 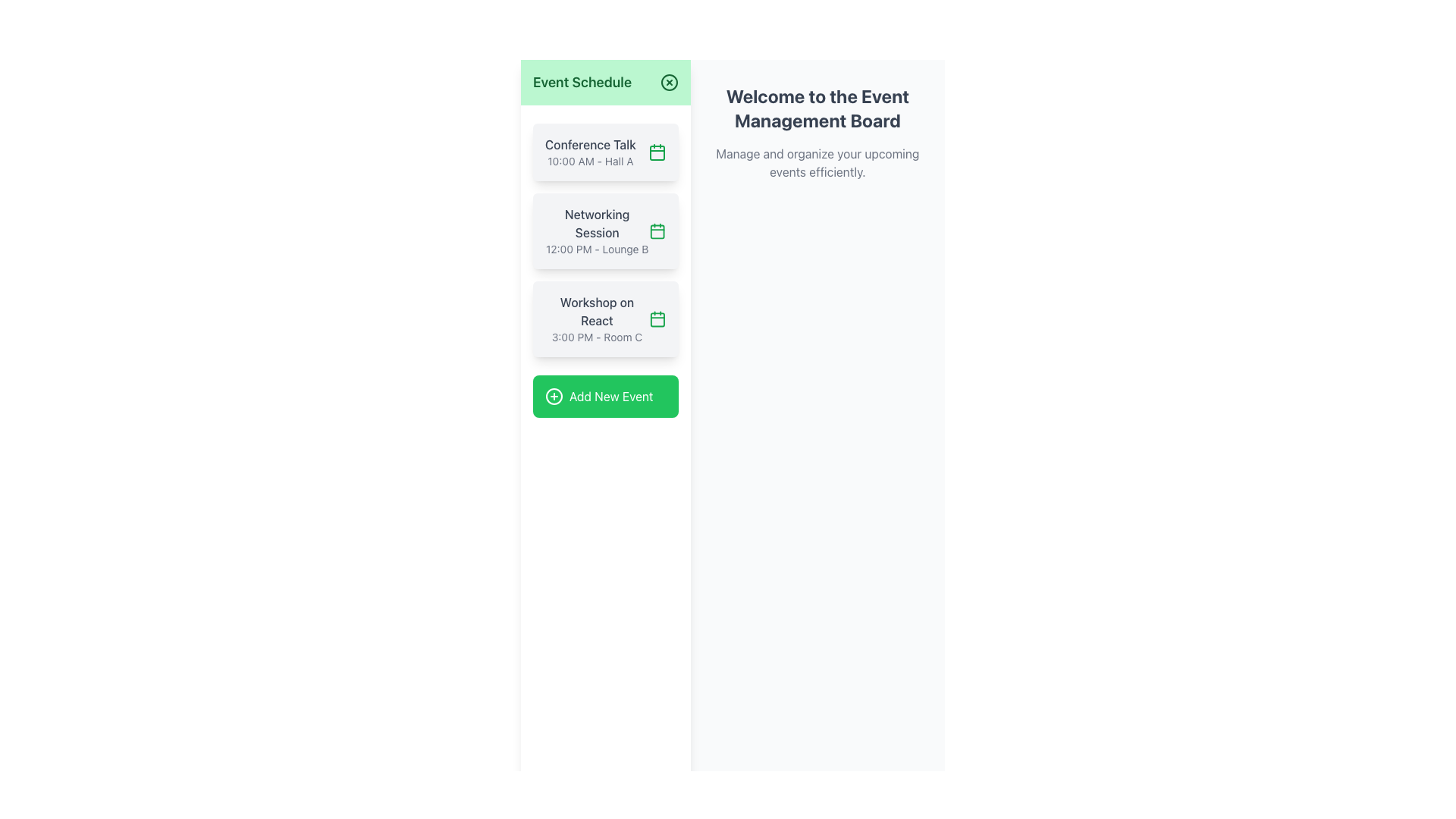 I want to click on the second Informational Card titled 'Networking Session' in the Event Schedule, so click(x=604, y=231).